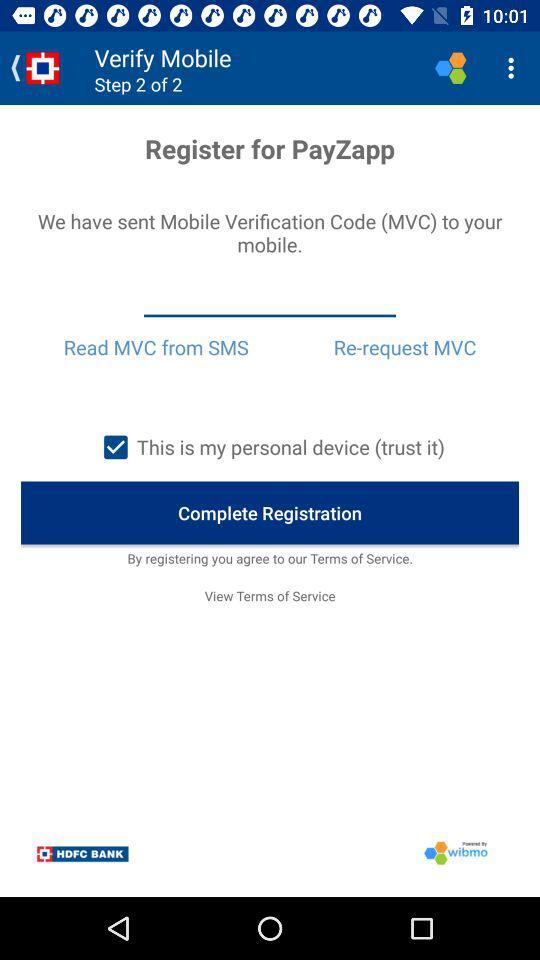  What do you see at coordinates (513, 68) in the screenshot?
I see `the item above the register for payzapp item` at bounding box center [513, 68].